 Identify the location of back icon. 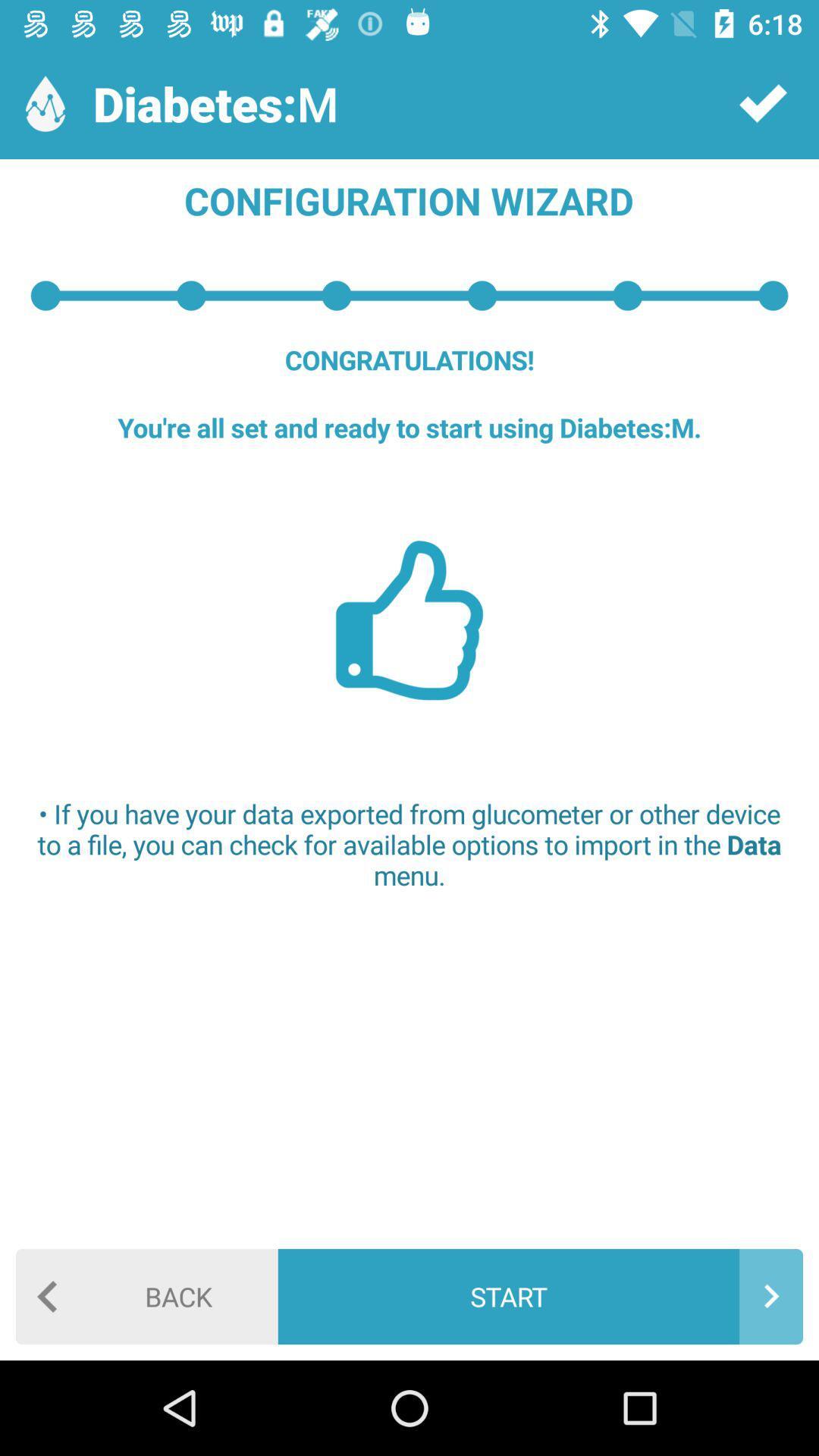
(146, 1295).